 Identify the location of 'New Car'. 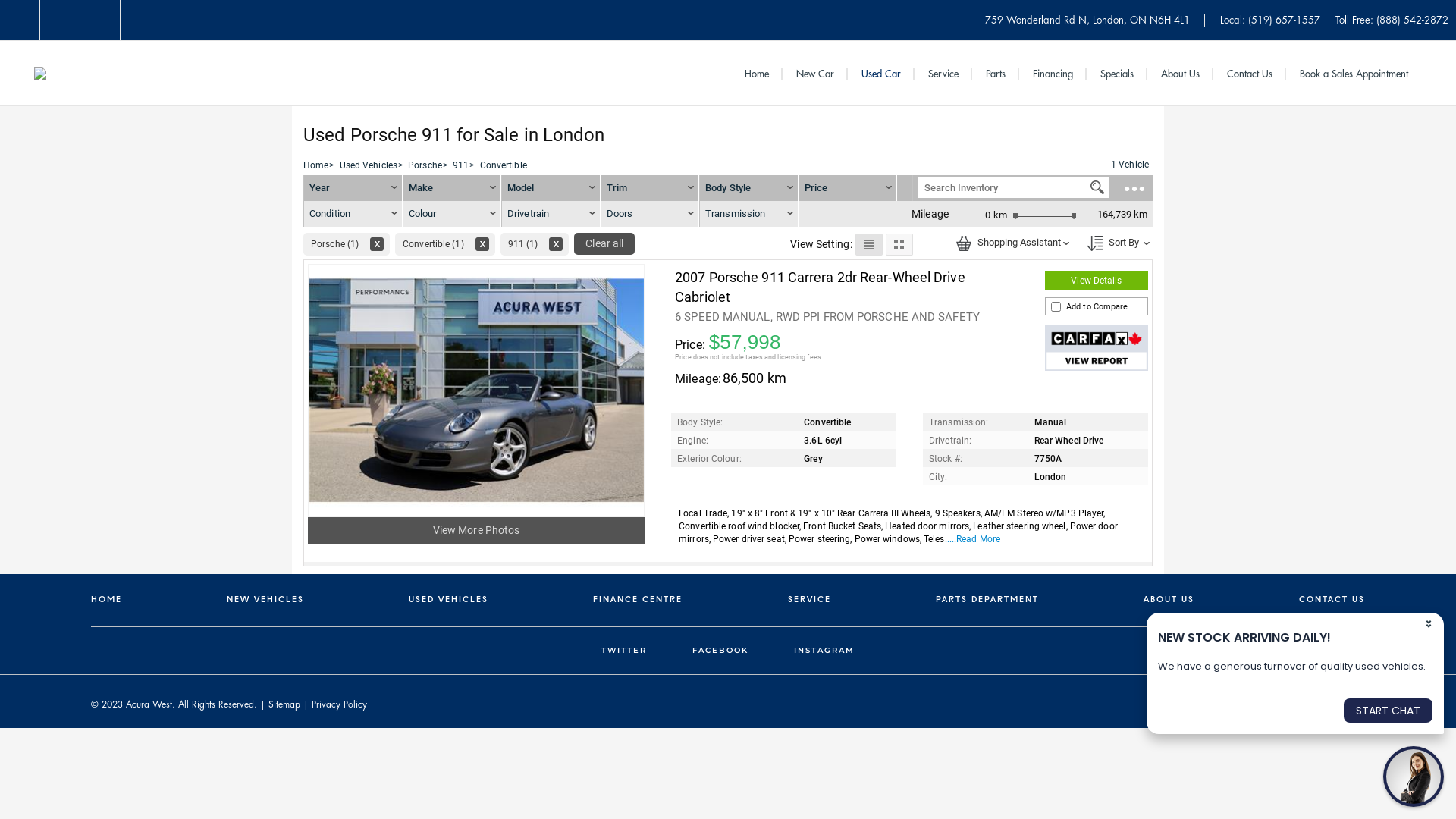
(814, 74).